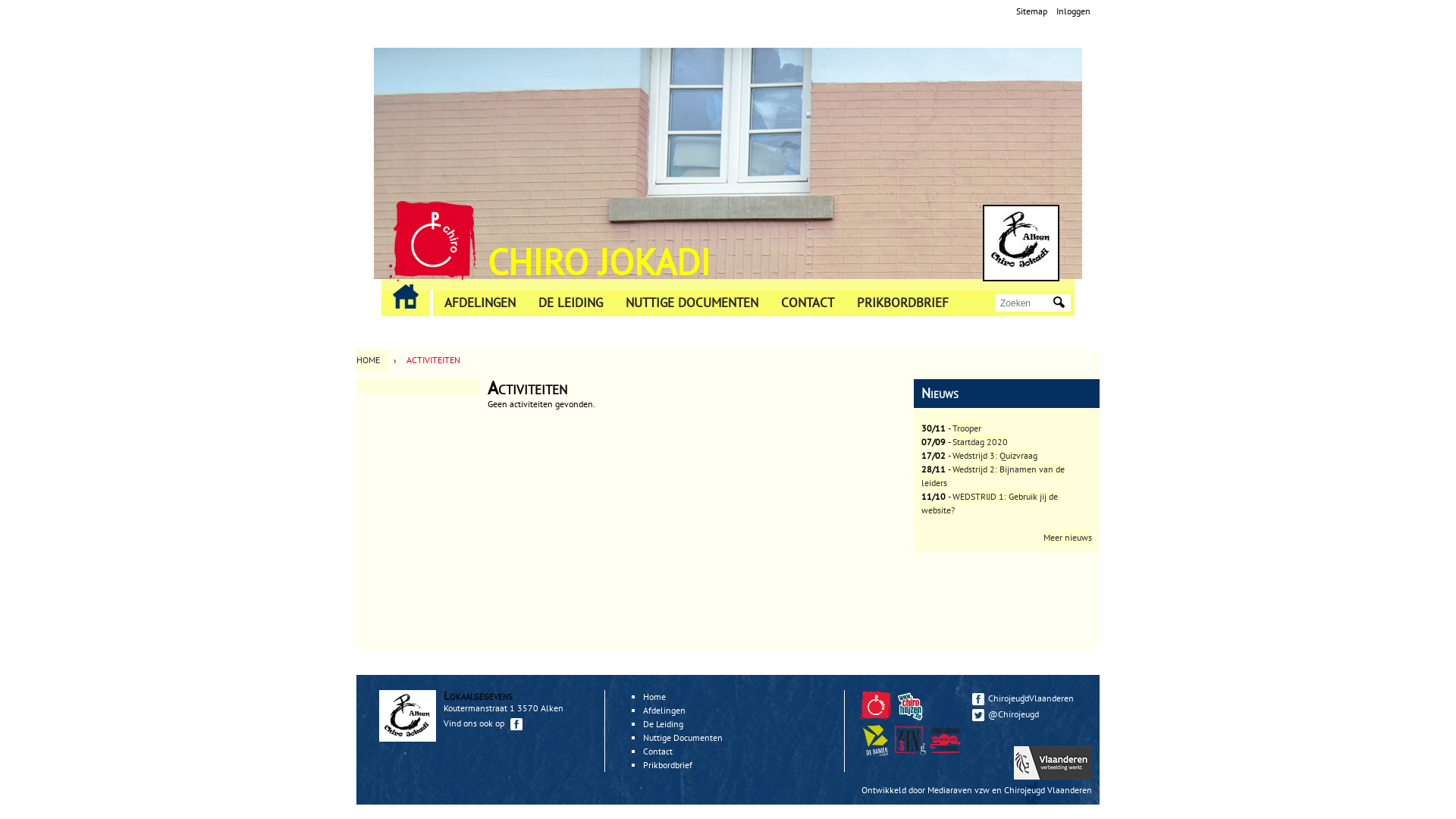 This screenshot has width=1456, height=819. Describe the element at coordinates (910, 739) in the screenshot. I see `'Zindering'` at that location.